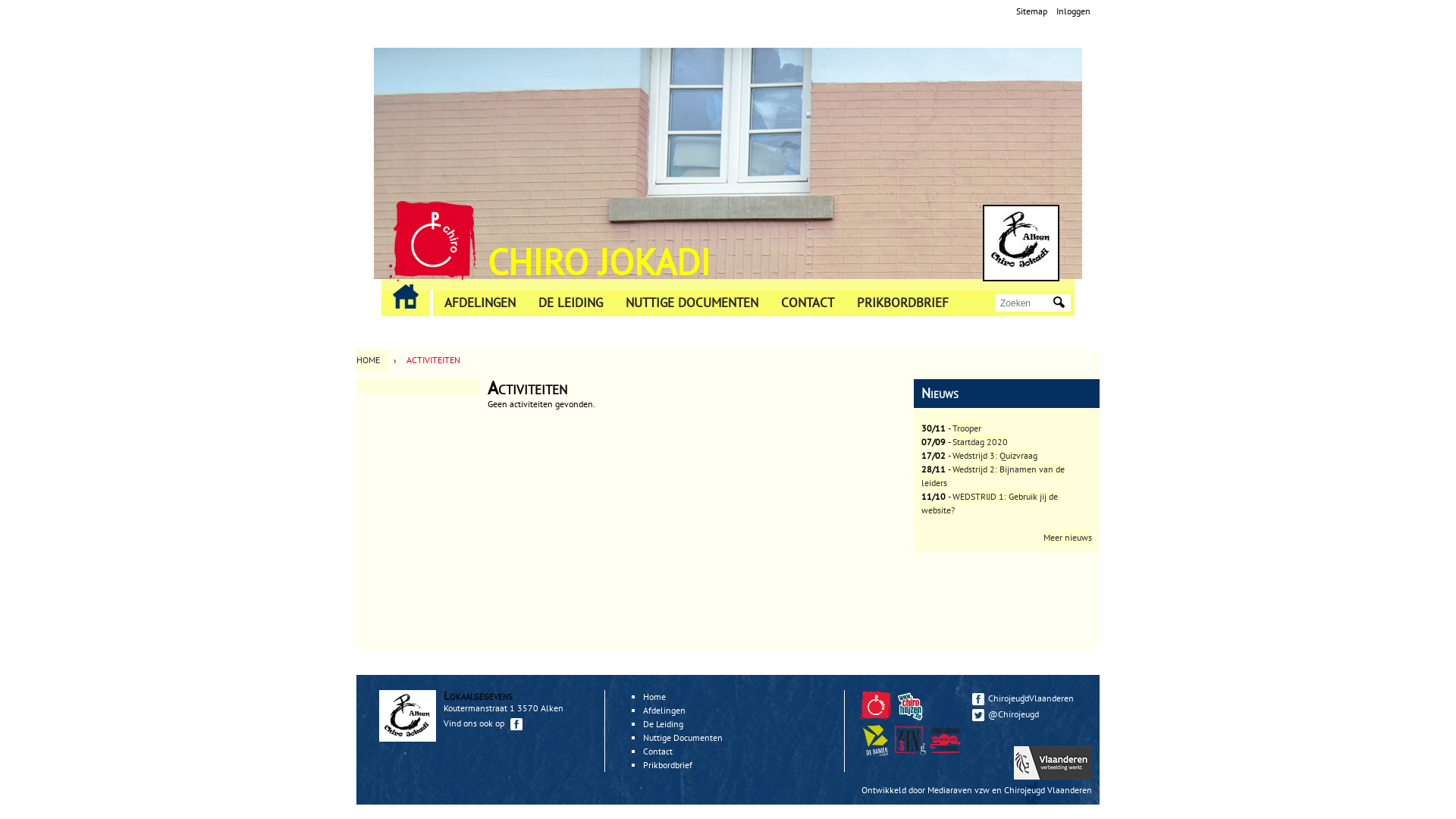 This screenshot has width=1456, height=819. Describe the element at coordinates (910, 739) in the screenshot. I see `'Zindering'` at that location.